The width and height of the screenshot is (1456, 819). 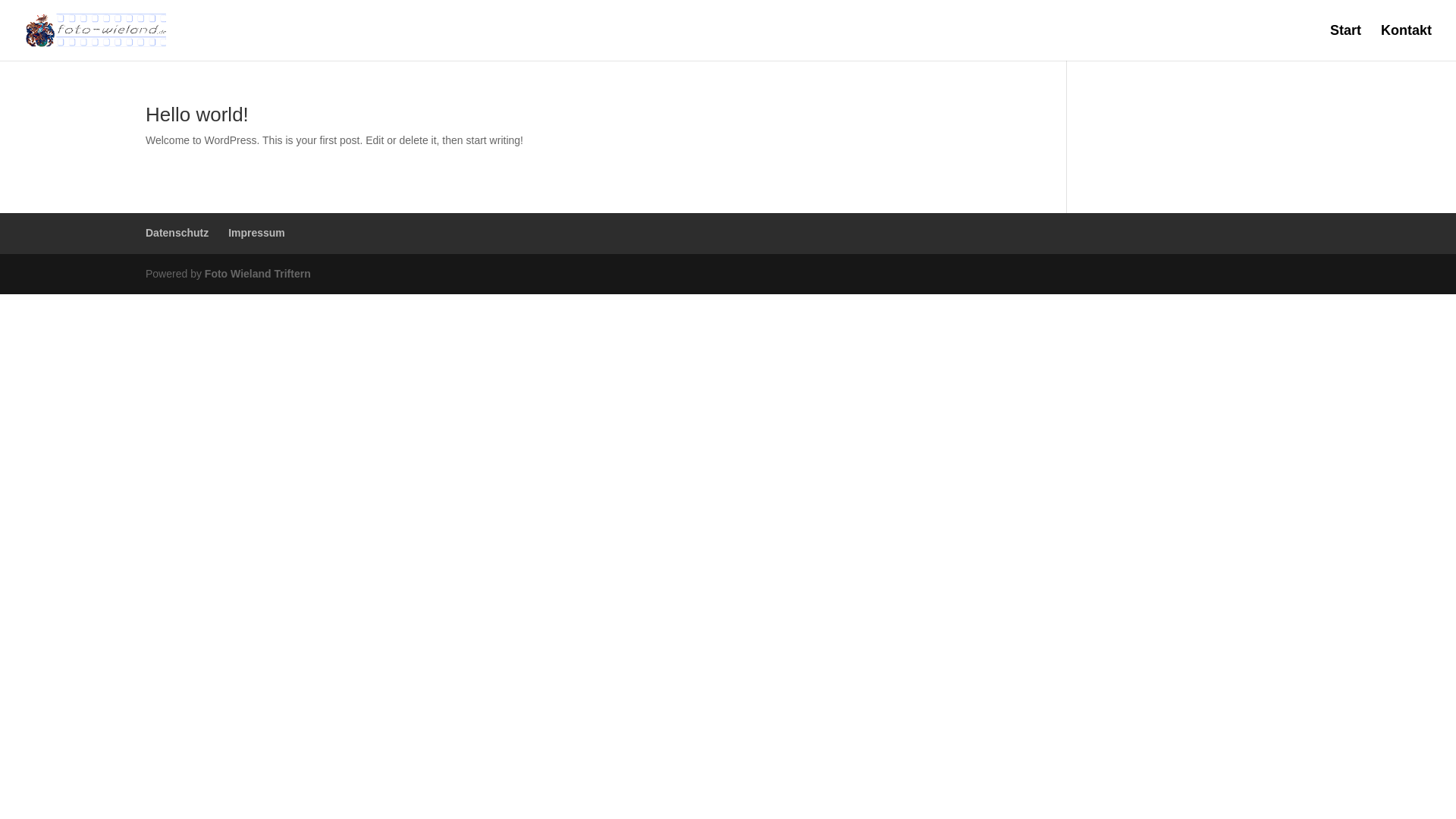 What do you see at coordinates (227, 233) in the screenshot?
I see `'Impressum'` at bounding box center [227, 233].